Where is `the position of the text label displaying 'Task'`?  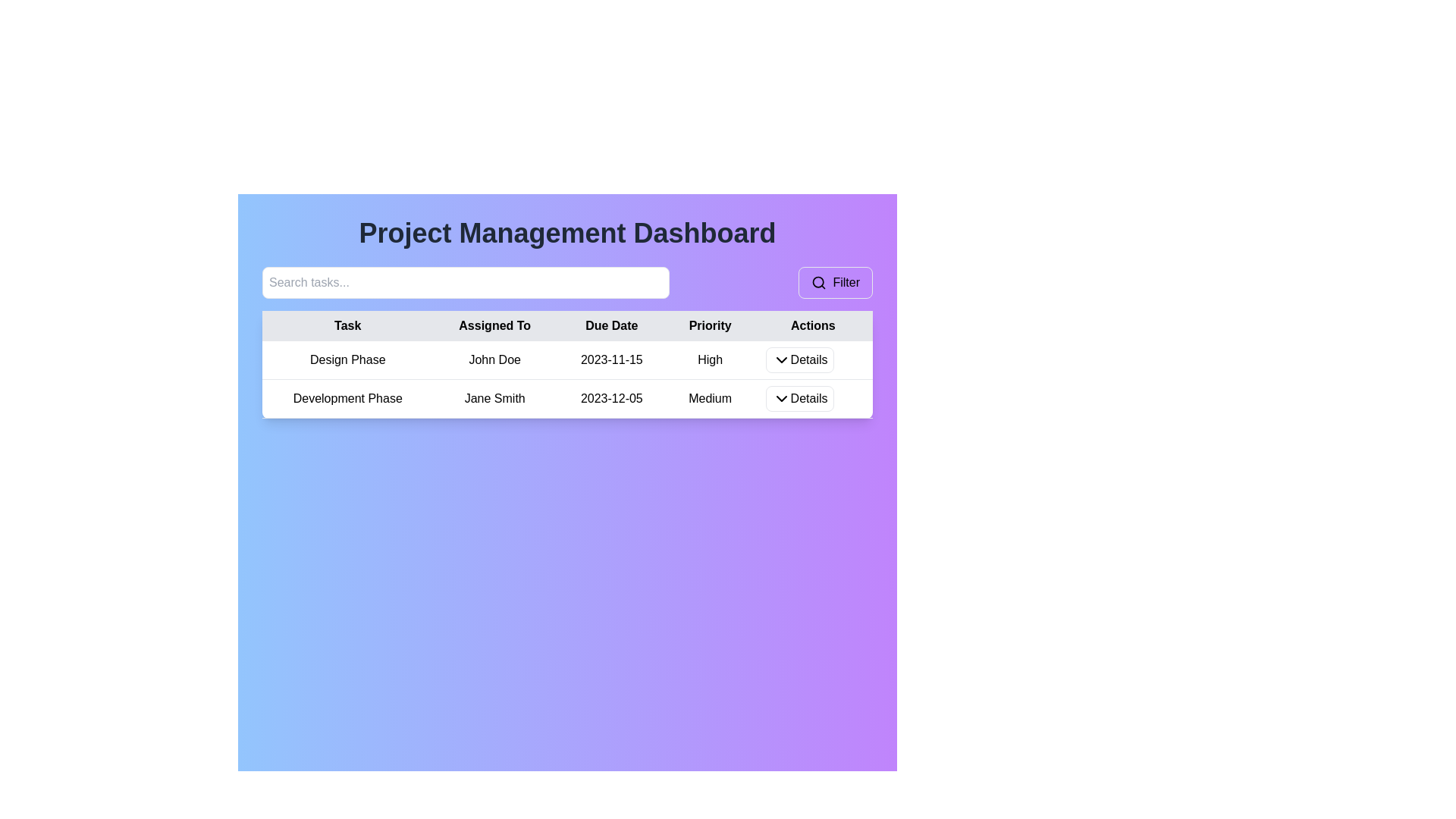
the position of the text label displaying 'Task' is located at coordinates (347, 325).